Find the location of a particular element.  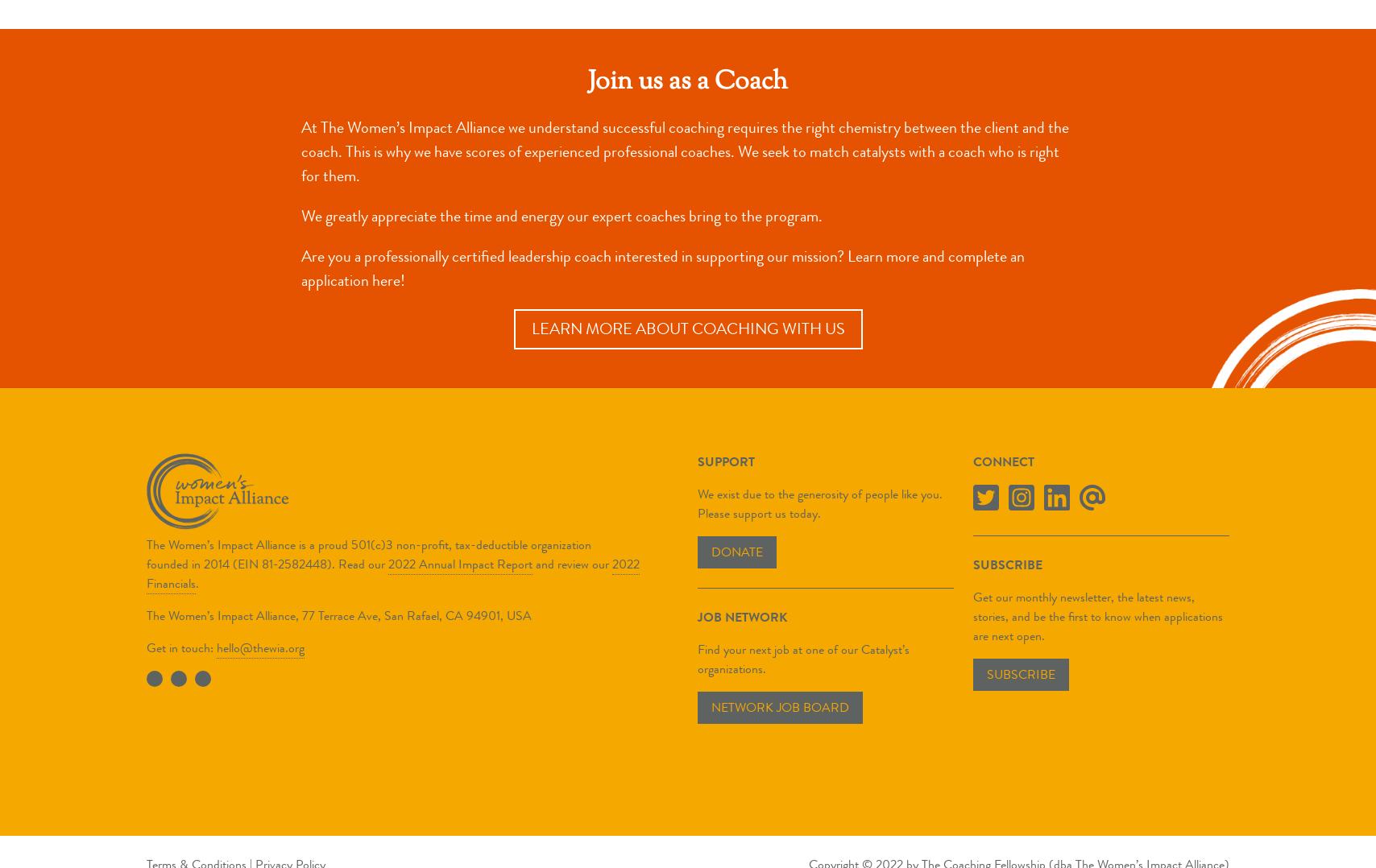

'Learn more and complete an application here!' is located at coordinates (663, 267).